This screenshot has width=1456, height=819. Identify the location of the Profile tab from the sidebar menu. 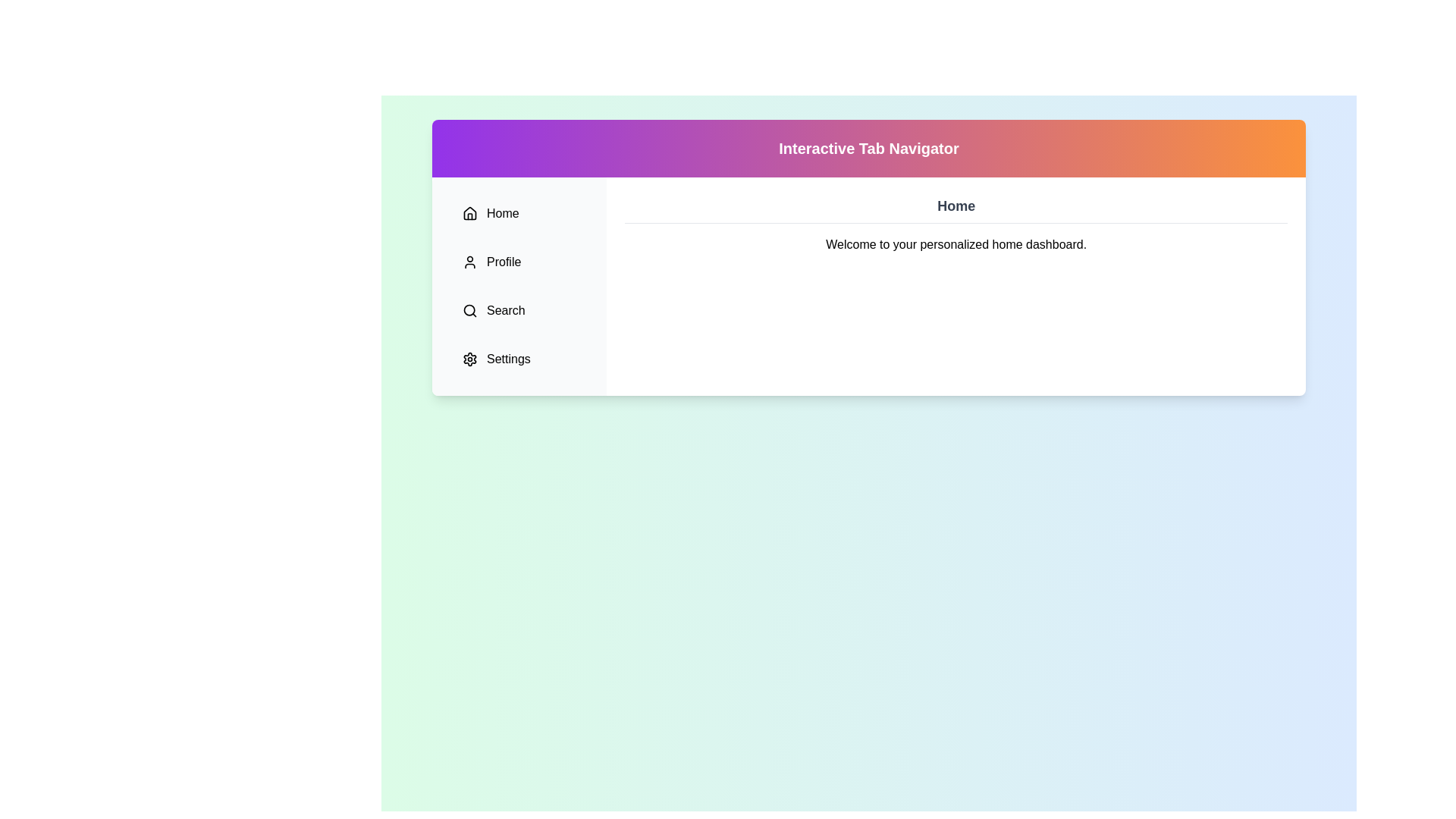
(519, 262).